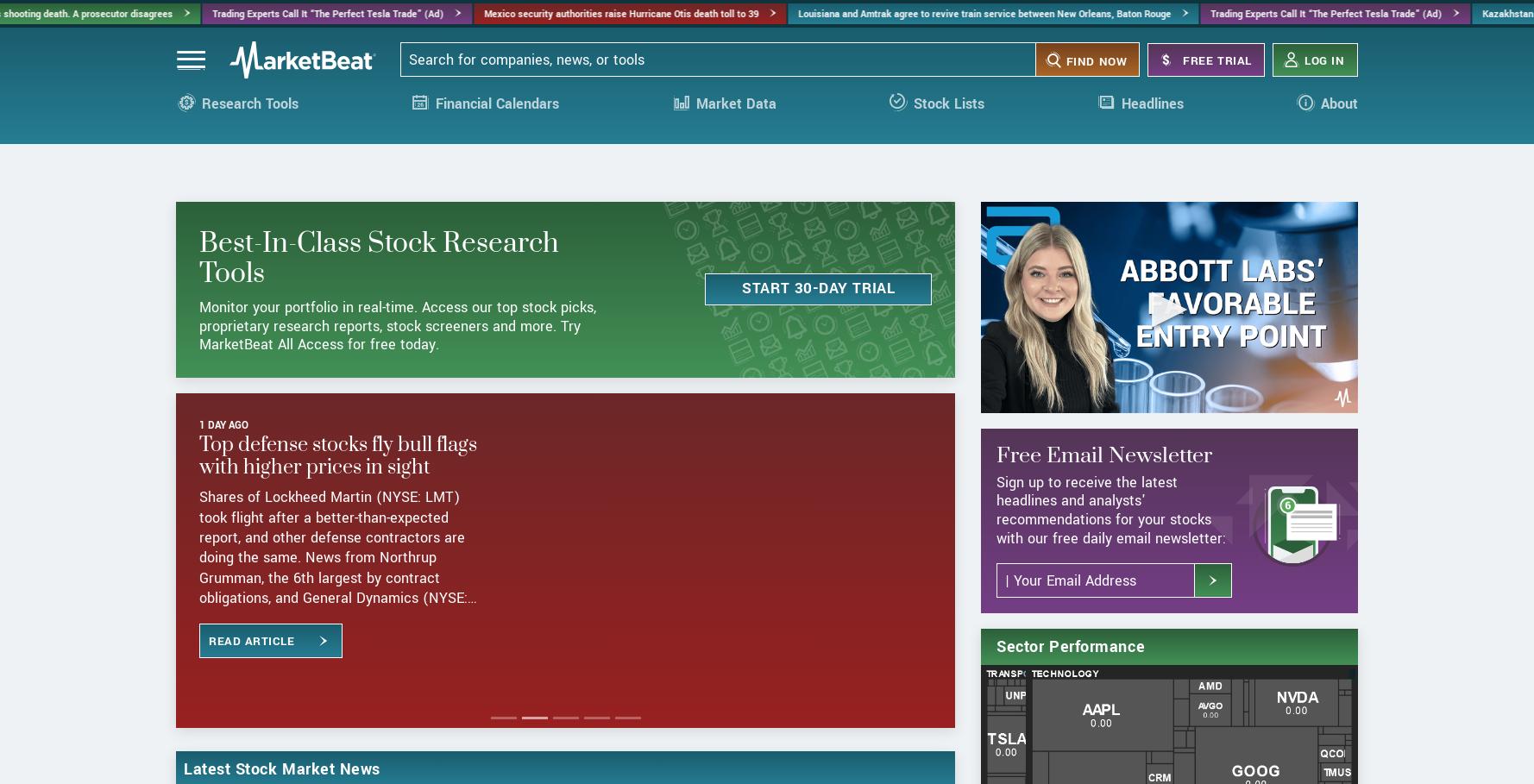 The image size is (1534, 784). Describe the element at coordinates (223, 490) in the screenshot. I see `'1 day ago'` at that location.